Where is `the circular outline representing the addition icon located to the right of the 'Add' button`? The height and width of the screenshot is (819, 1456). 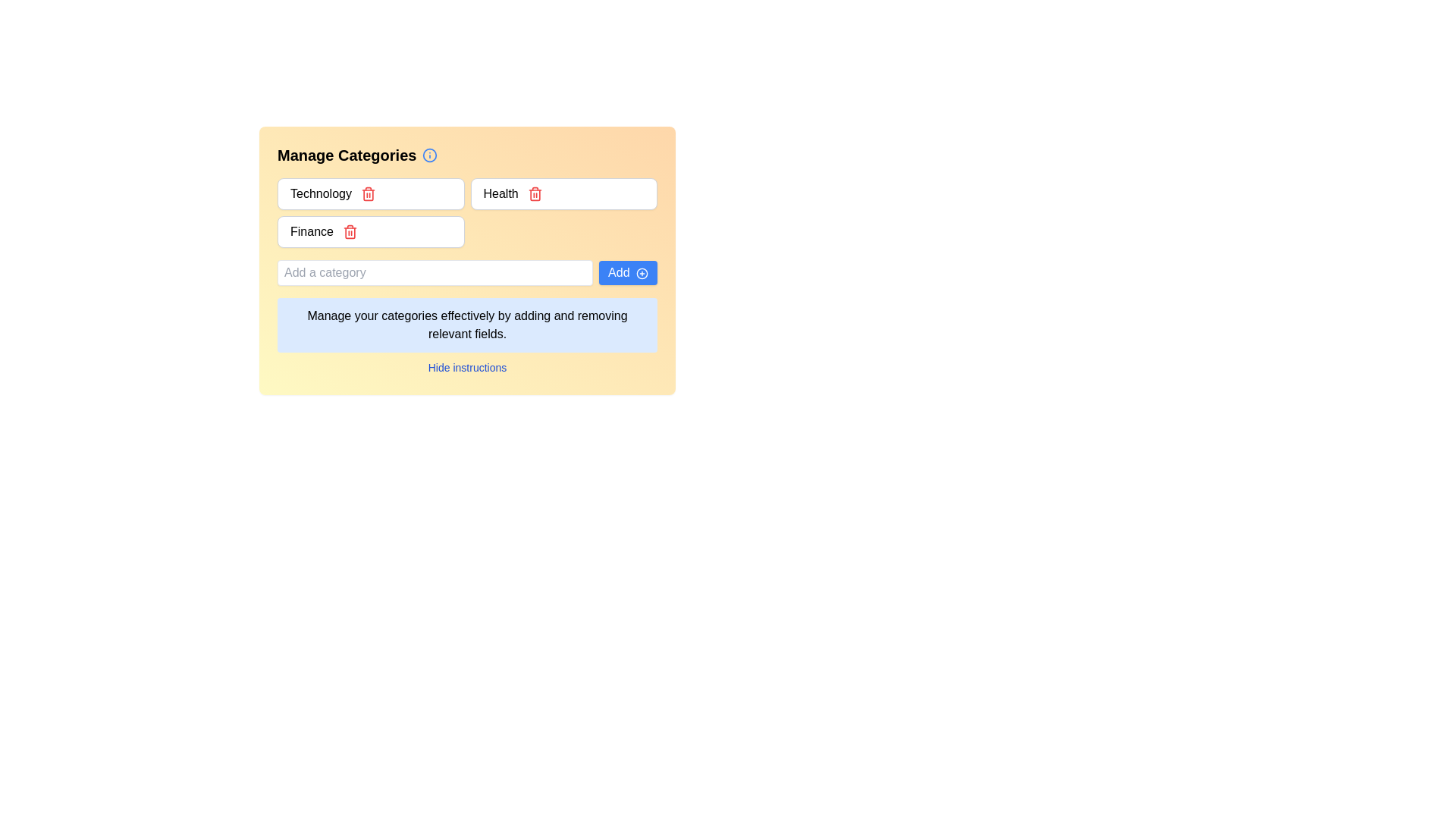 the circular outline representing the addition icon located to the right of the 'Add' button is located at coordinates (642, 271).